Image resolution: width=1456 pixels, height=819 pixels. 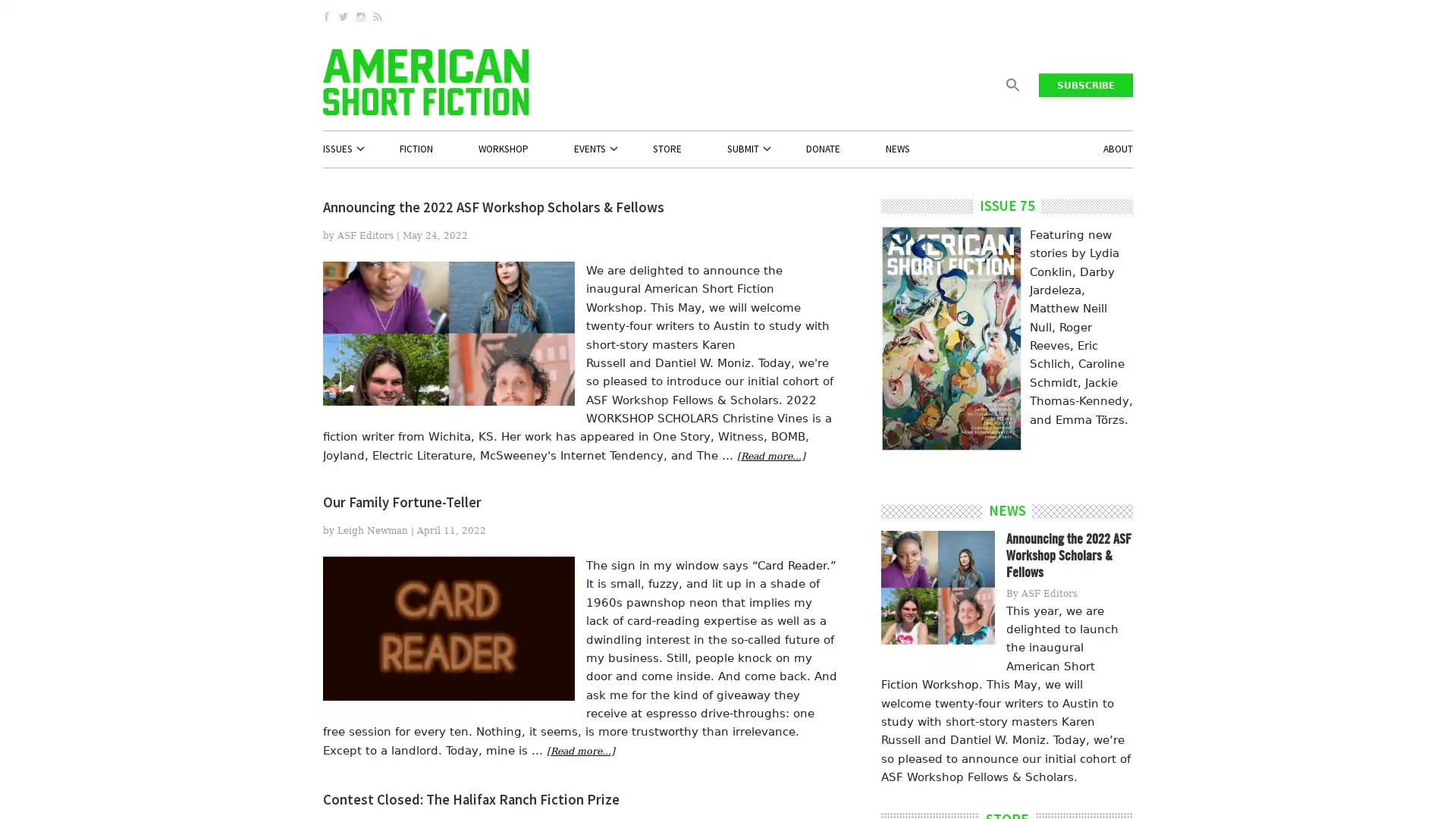 What do you see at coordinates (629, 149) in the screenshot?
I see `SUBMENU` at bounding box center [629, 149].